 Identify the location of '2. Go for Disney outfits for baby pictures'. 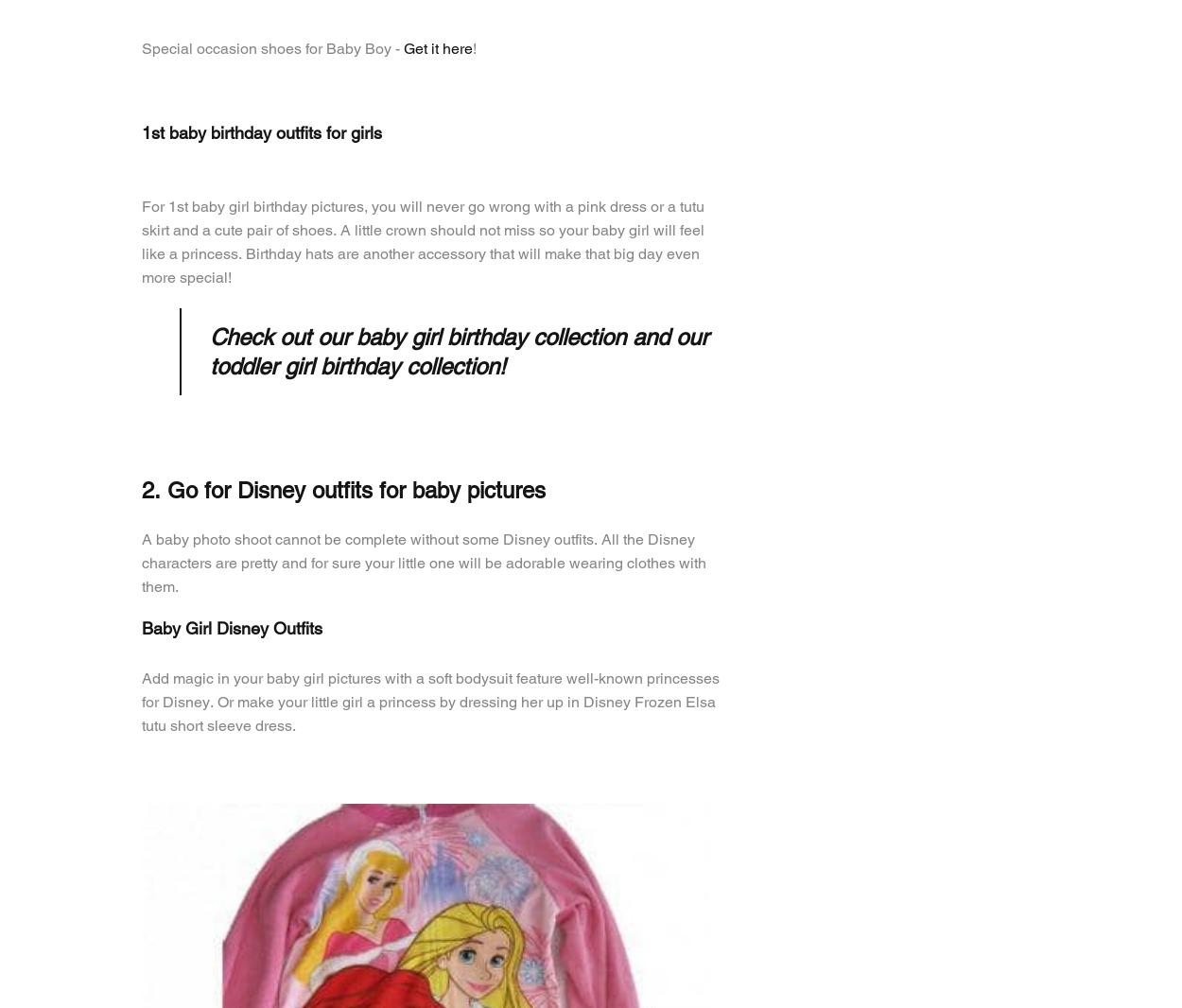
(342, 489).